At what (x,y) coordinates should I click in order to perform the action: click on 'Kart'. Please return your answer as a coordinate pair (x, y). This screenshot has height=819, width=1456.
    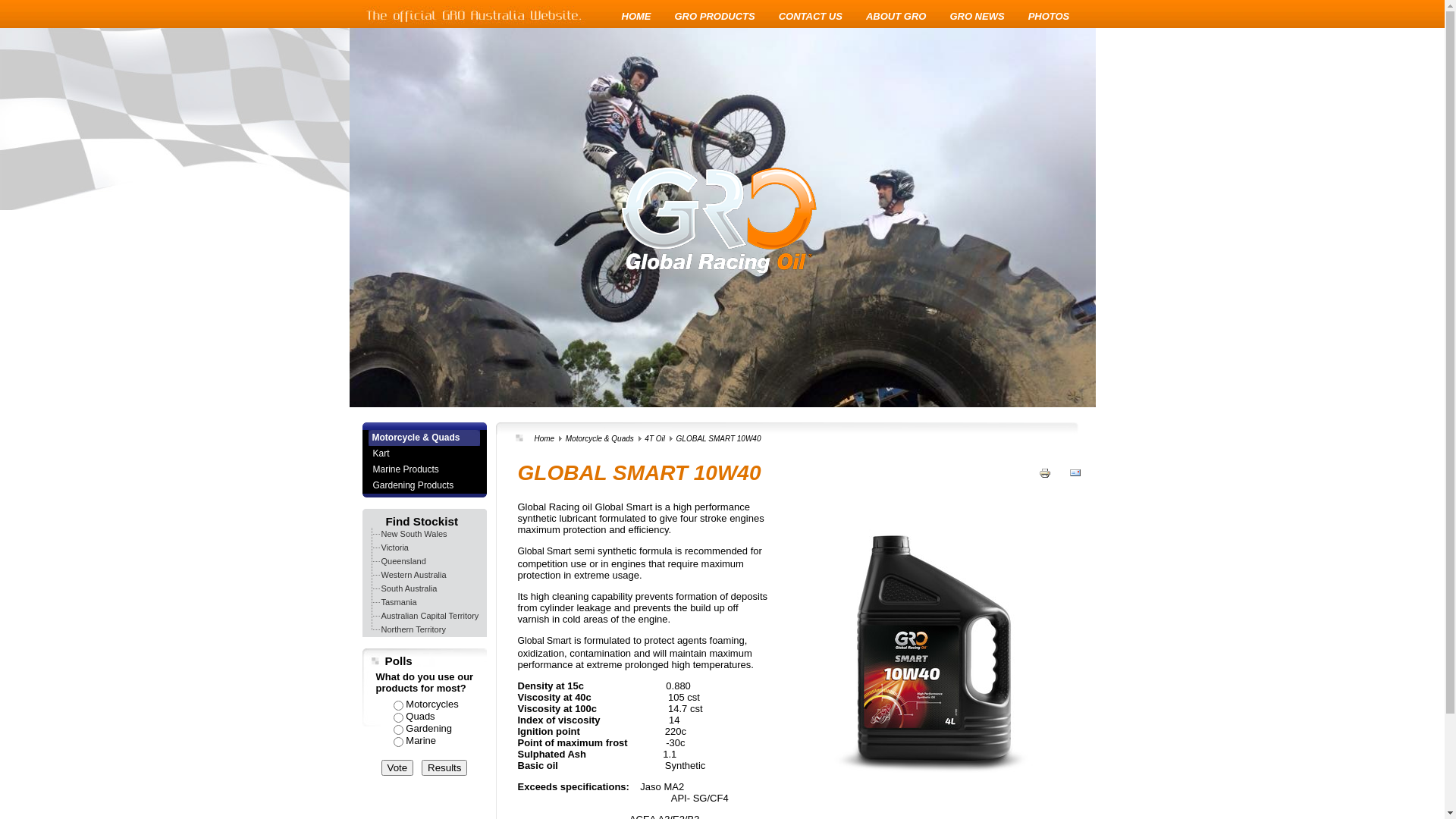
    Looking at the image, I should click on (423, 453).